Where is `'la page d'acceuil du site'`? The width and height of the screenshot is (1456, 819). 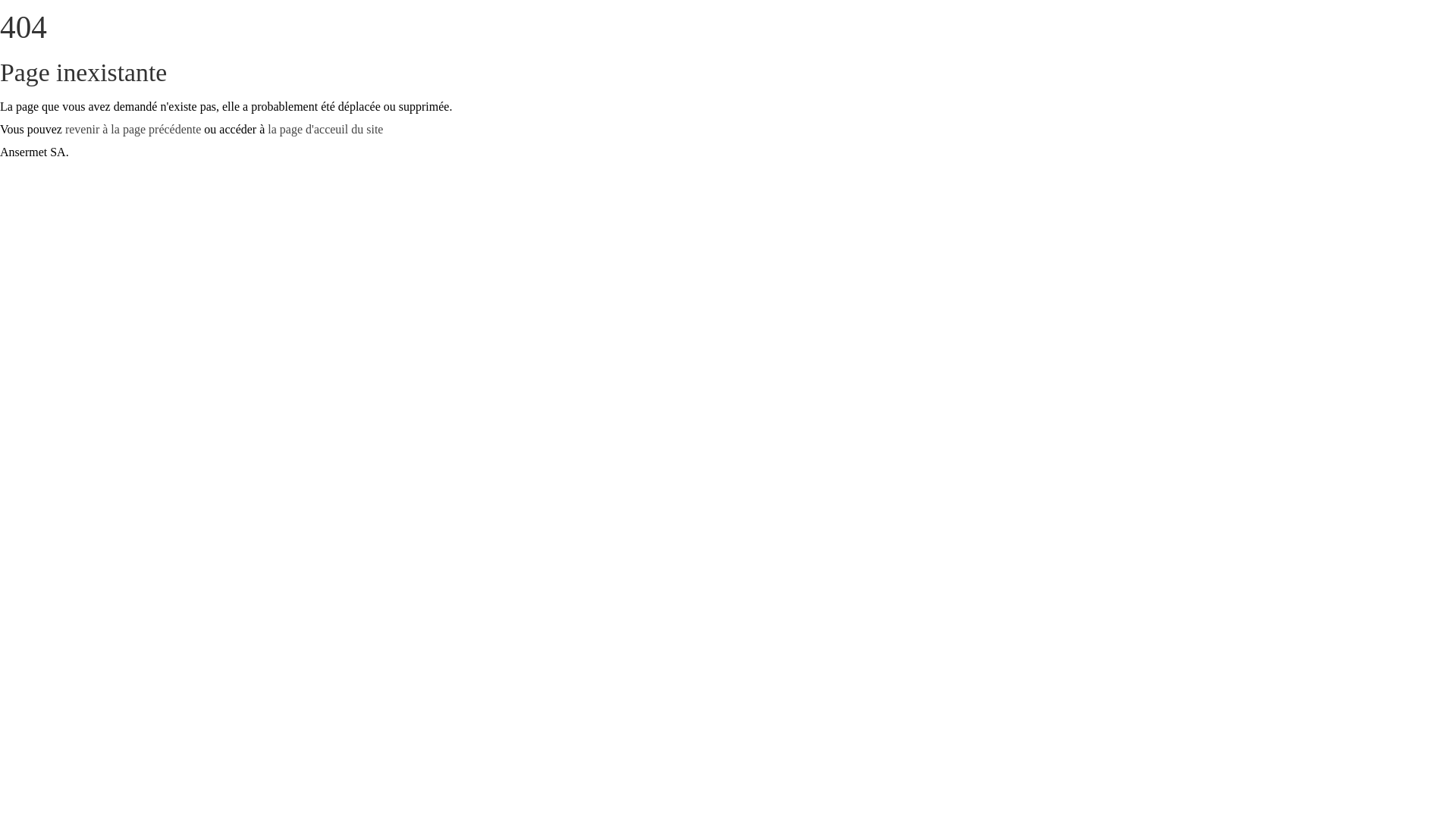 'la page d'acceuil du site' is located at coordinates (268, 128).